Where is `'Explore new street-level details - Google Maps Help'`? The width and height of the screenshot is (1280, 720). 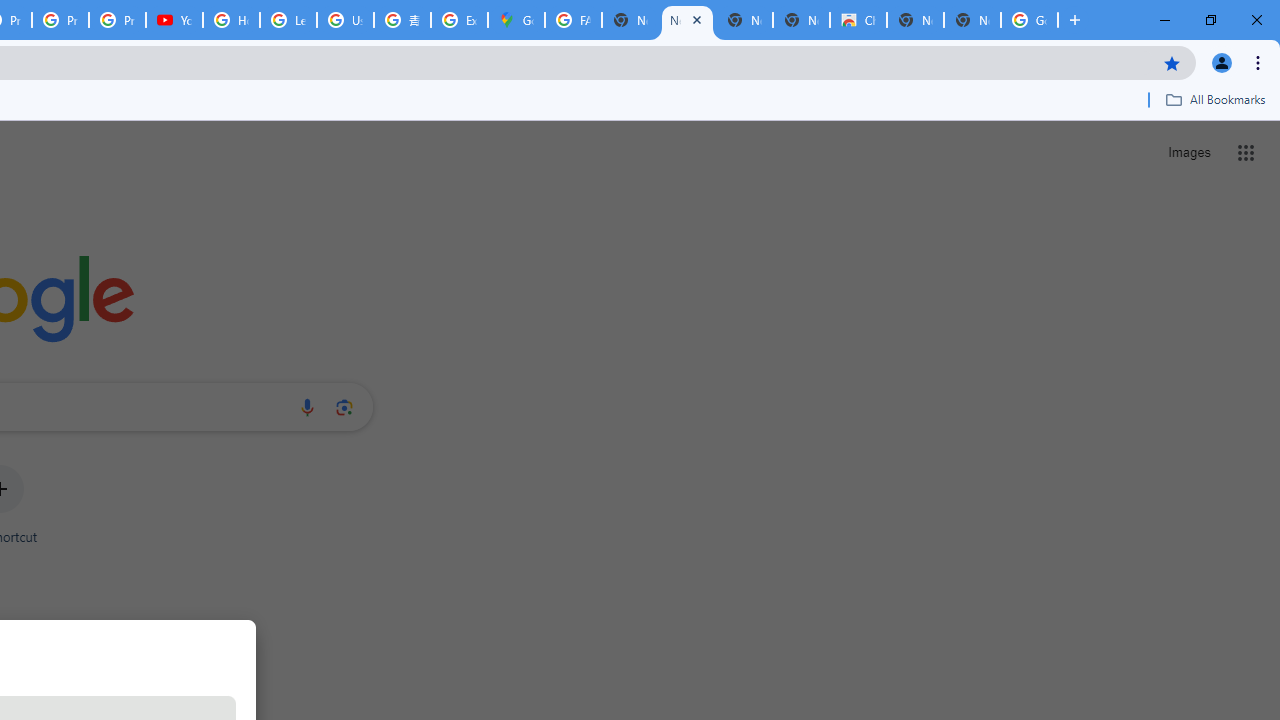
'Explore new street-level details - Google Maps Help' is located at coordinates (458, 20).